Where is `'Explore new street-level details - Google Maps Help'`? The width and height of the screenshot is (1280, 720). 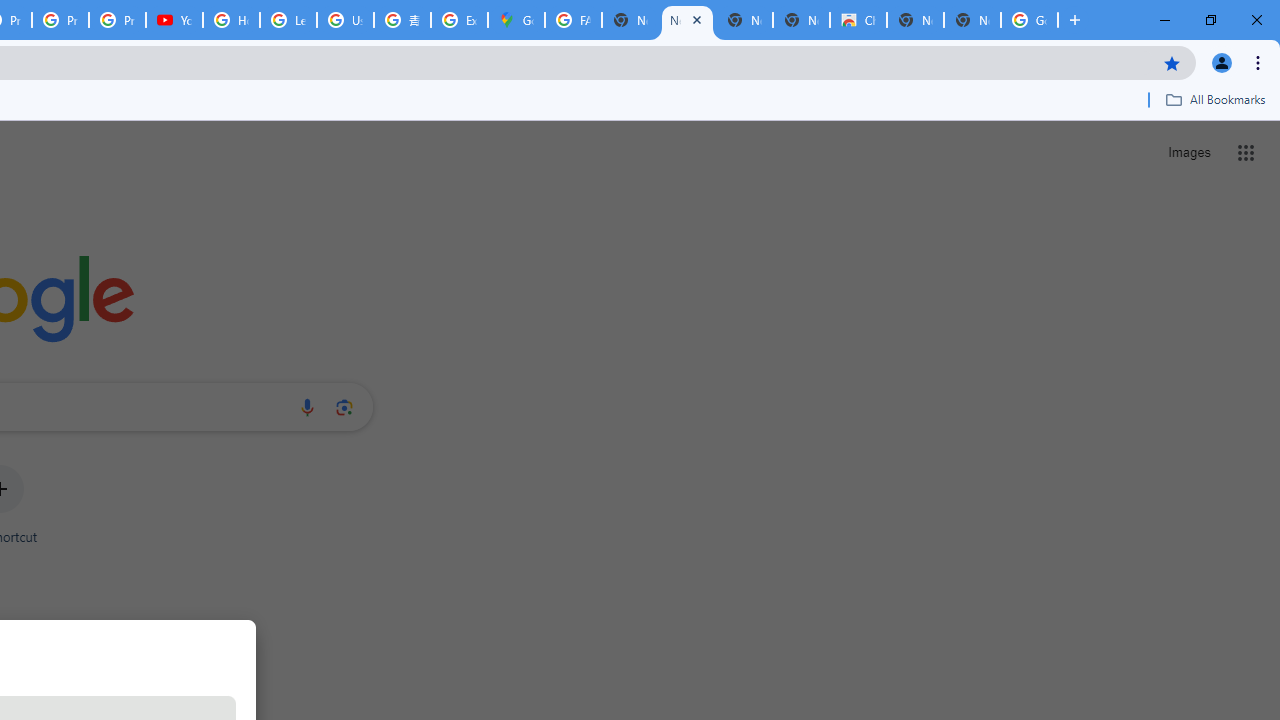
'Explore new street-level details - Google Maps Help' is located at coordinates (458, 20).